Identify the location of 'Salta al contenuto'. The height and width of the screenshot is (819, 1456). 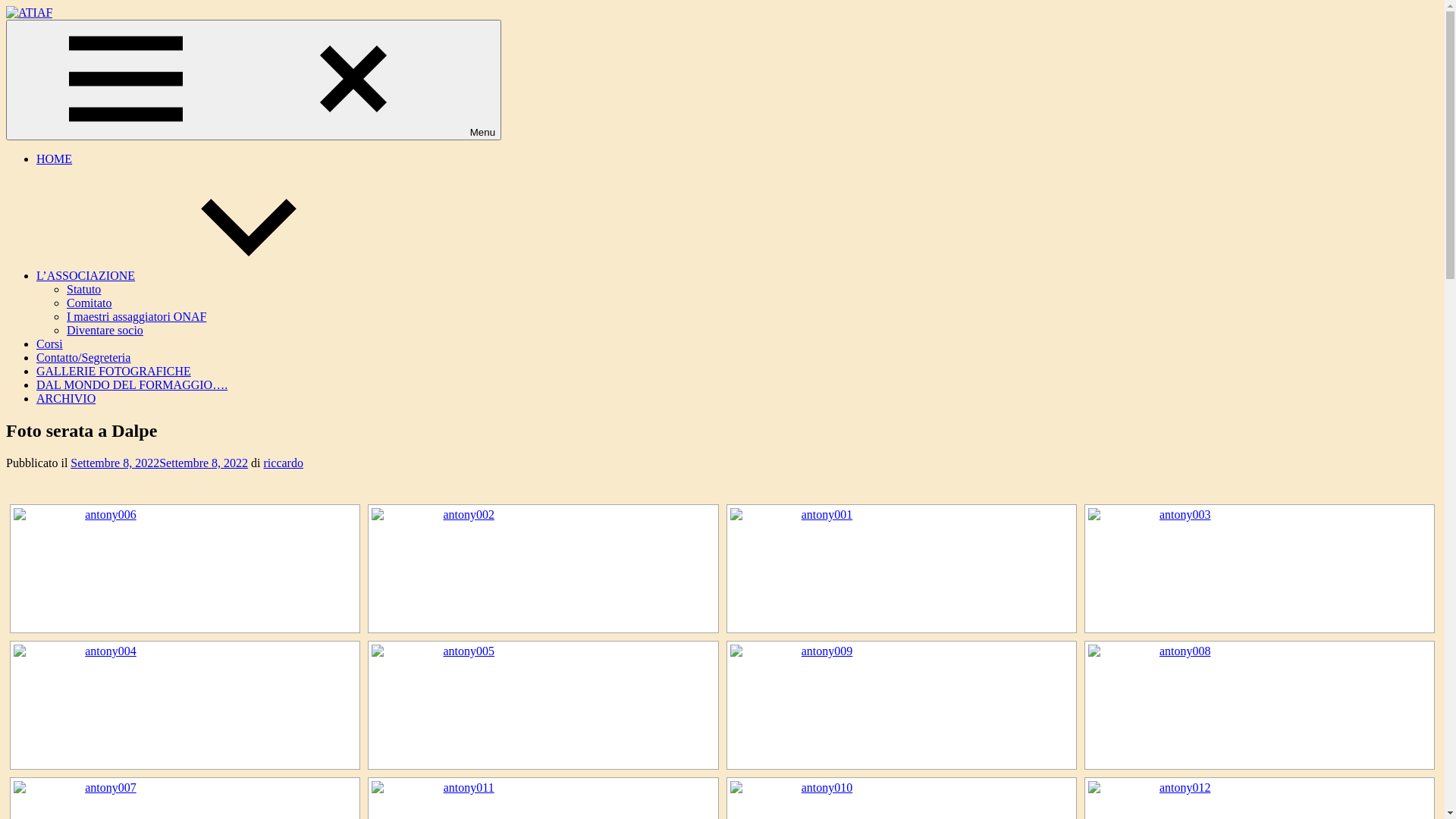
(5, 5).